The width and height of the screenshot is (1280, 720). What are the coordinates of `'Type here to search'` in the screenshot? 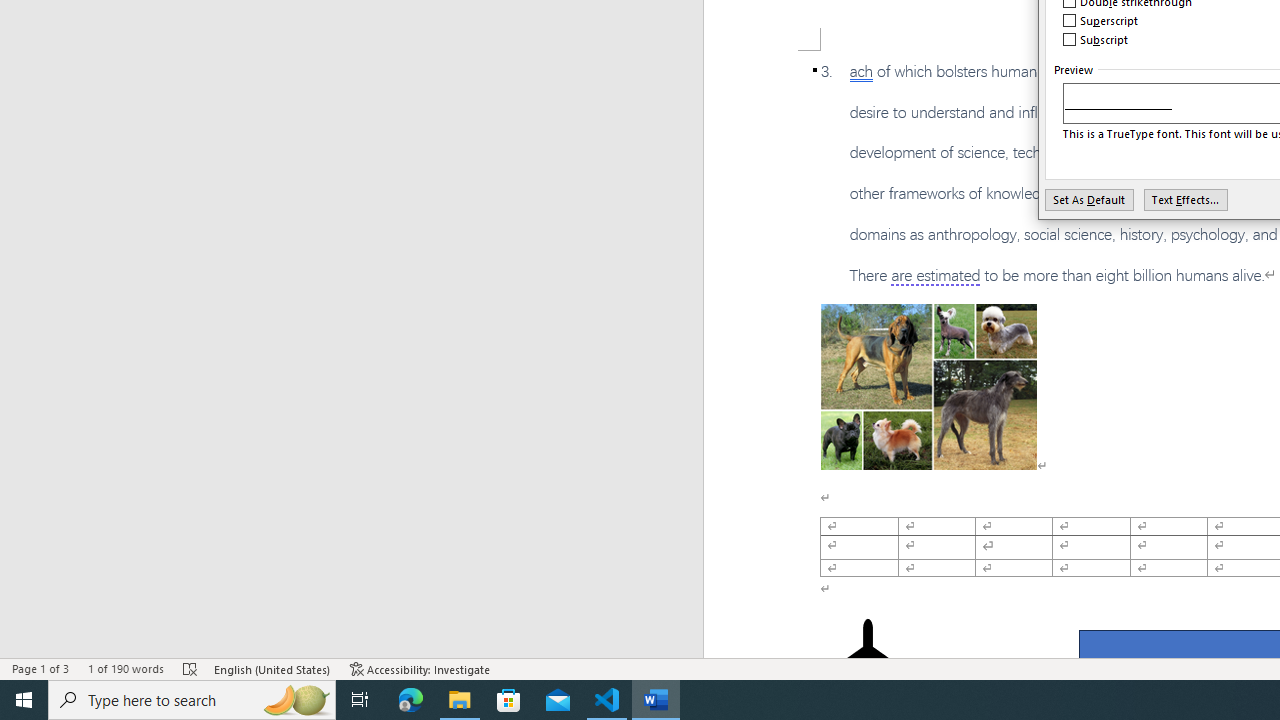 It's located at (192, 698).